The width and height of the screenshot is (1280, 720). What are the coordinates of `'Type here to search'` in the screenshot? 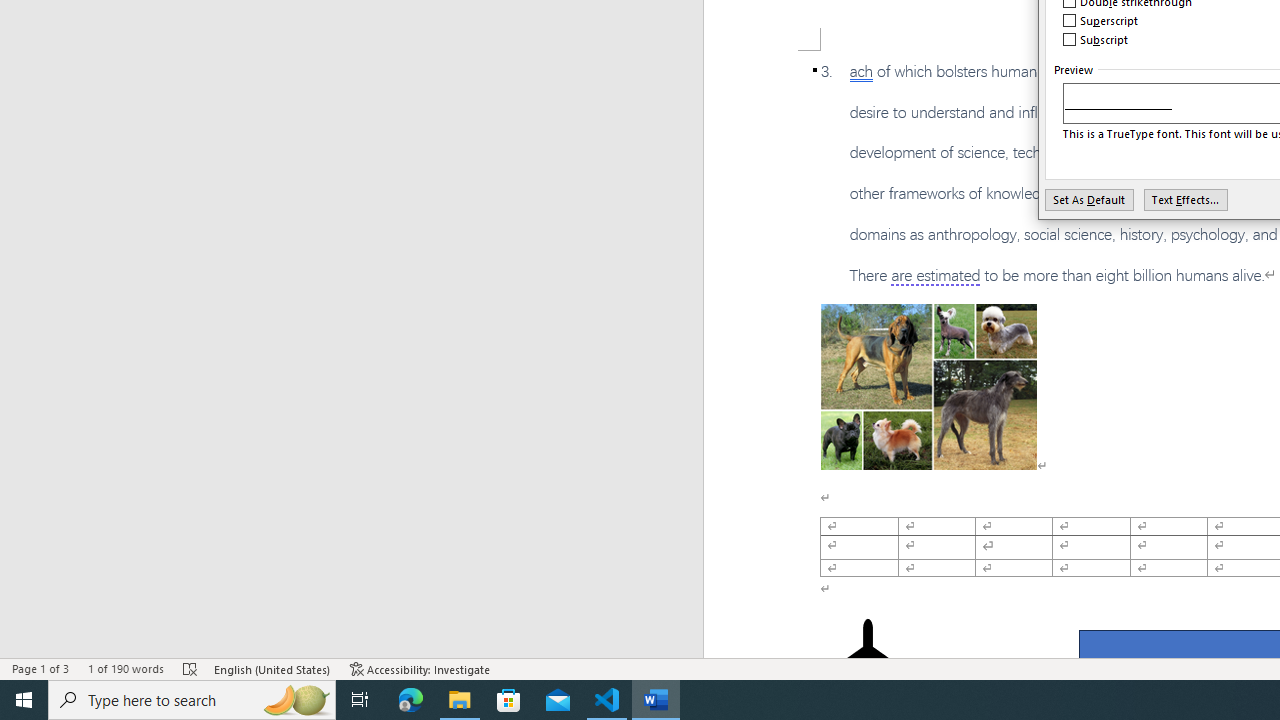 It's located at (192, 698).